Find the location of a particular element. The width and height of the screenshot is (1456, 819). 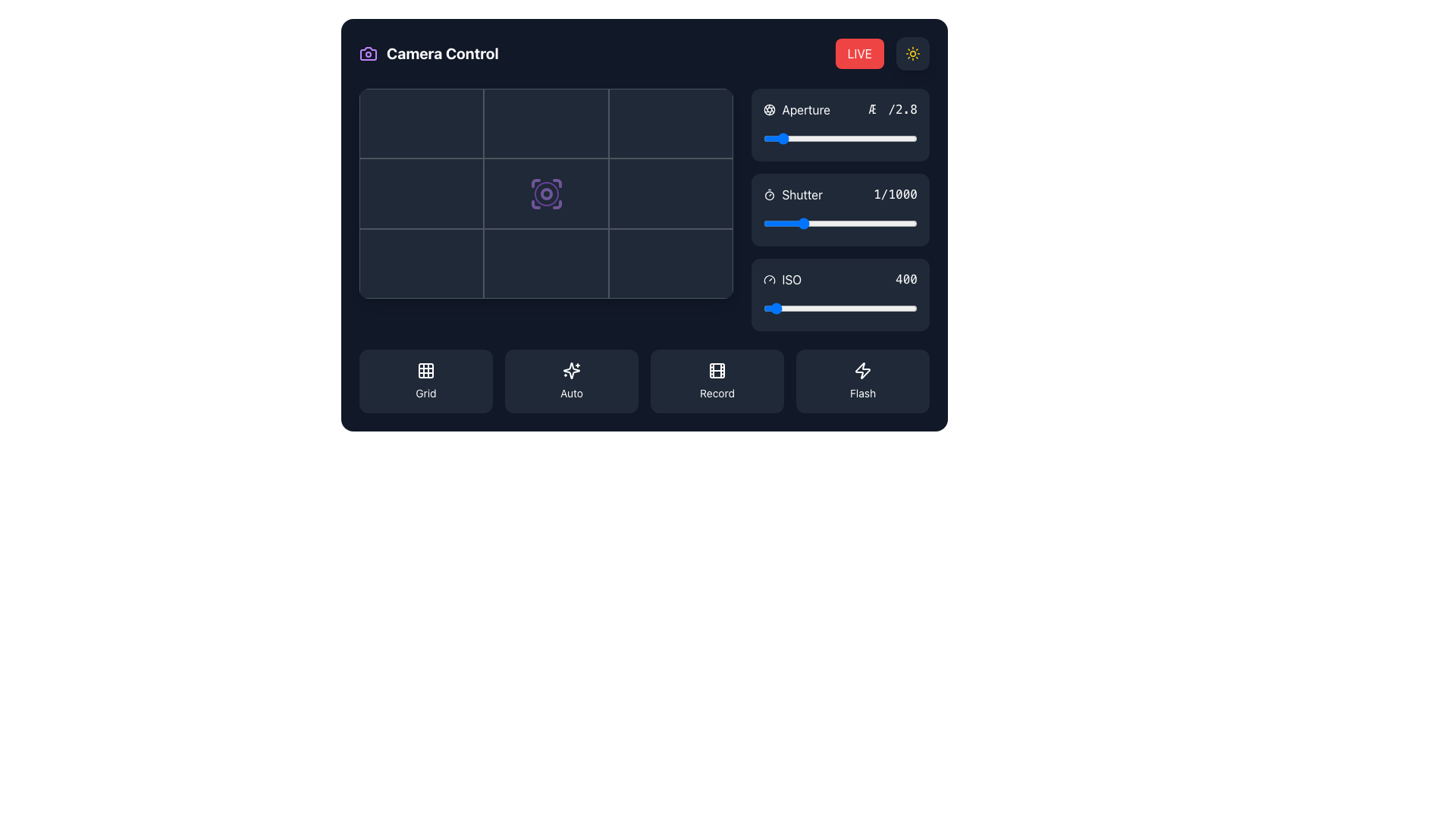

the star-shaped graphical icon in the 'Auto' button located at the bottom center of the interface is located at coordinates (570, 371).